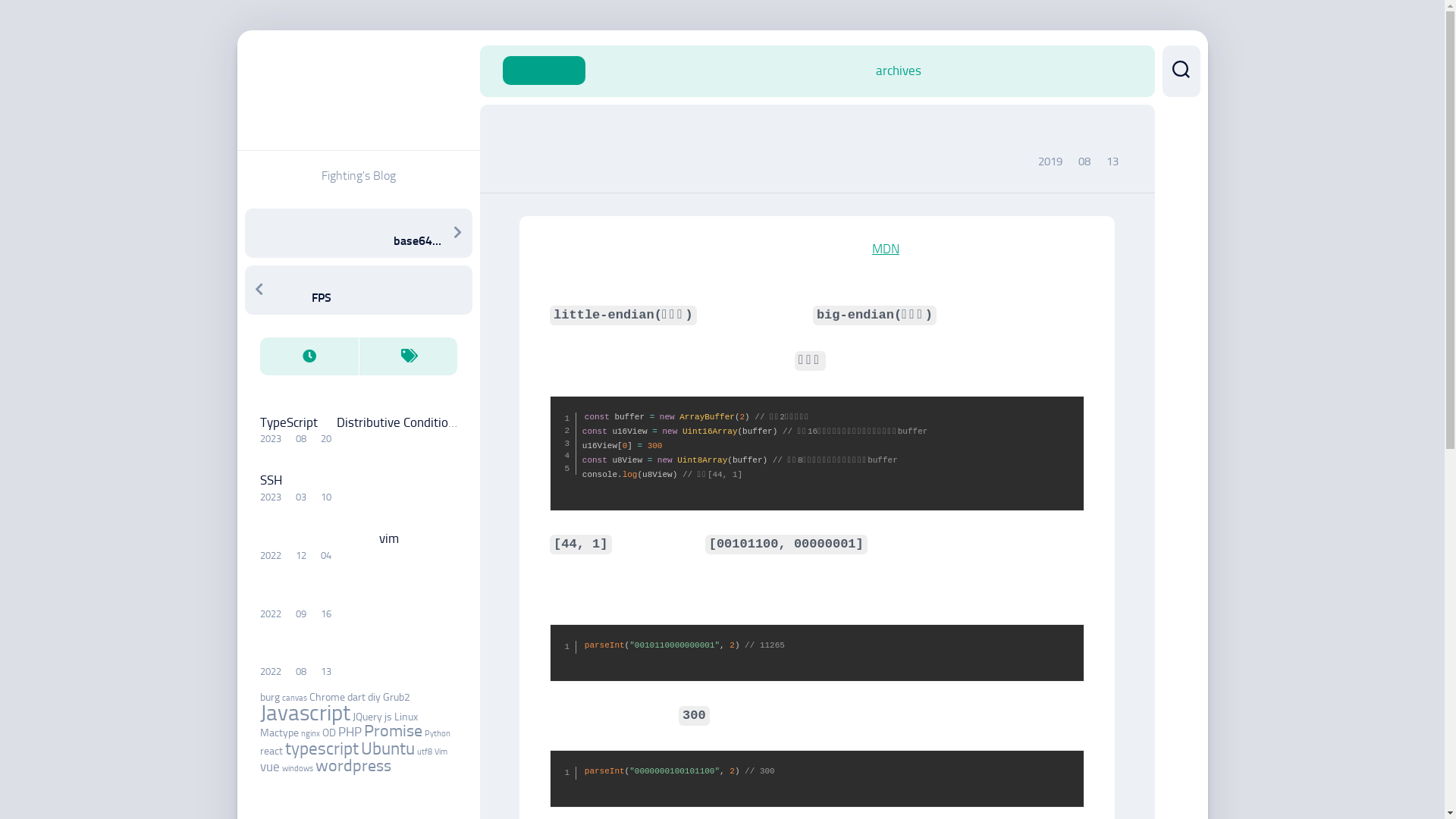 Image resolution: width=1456 pixels, height=819 pixels. What do you see at coordinates (352, 766) in the screenshot?
I see `'wordpress'` at bounding box center [352, 766].